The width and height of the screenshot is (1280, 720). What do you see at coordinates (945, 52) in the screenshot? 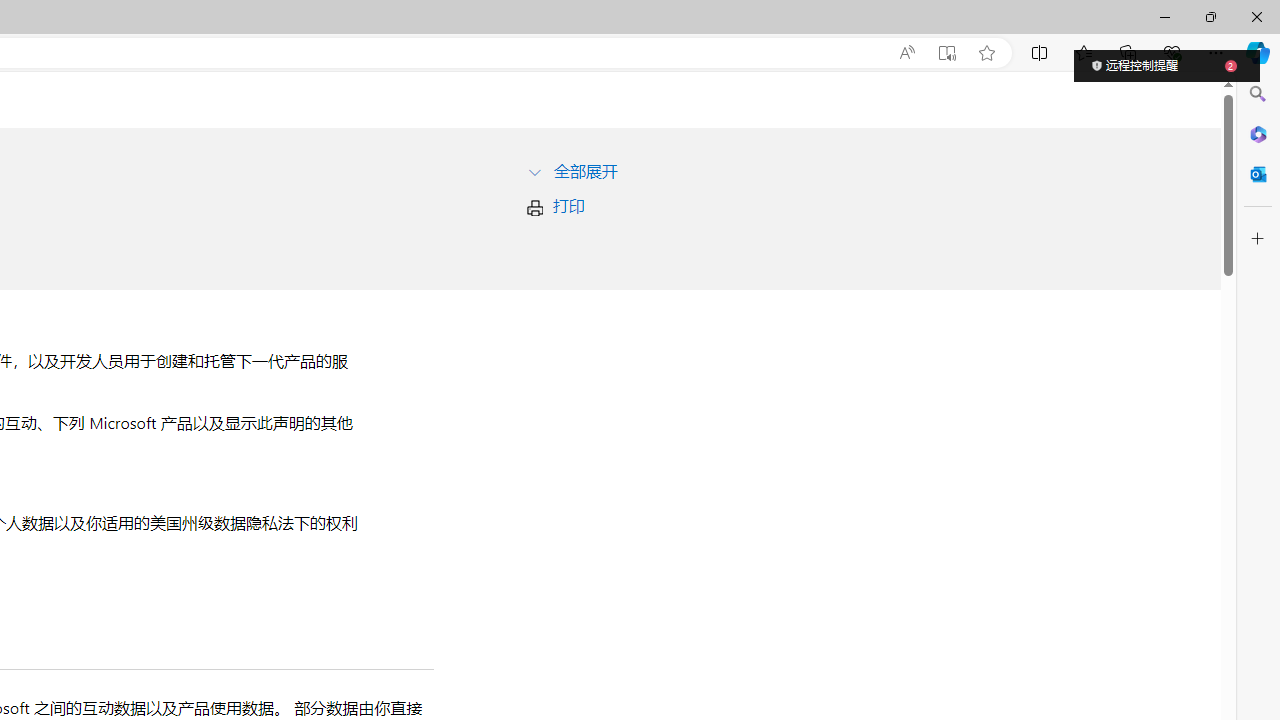
I see `'Enter Immersive Reader (F9)'` at bounding box center [945, 52].